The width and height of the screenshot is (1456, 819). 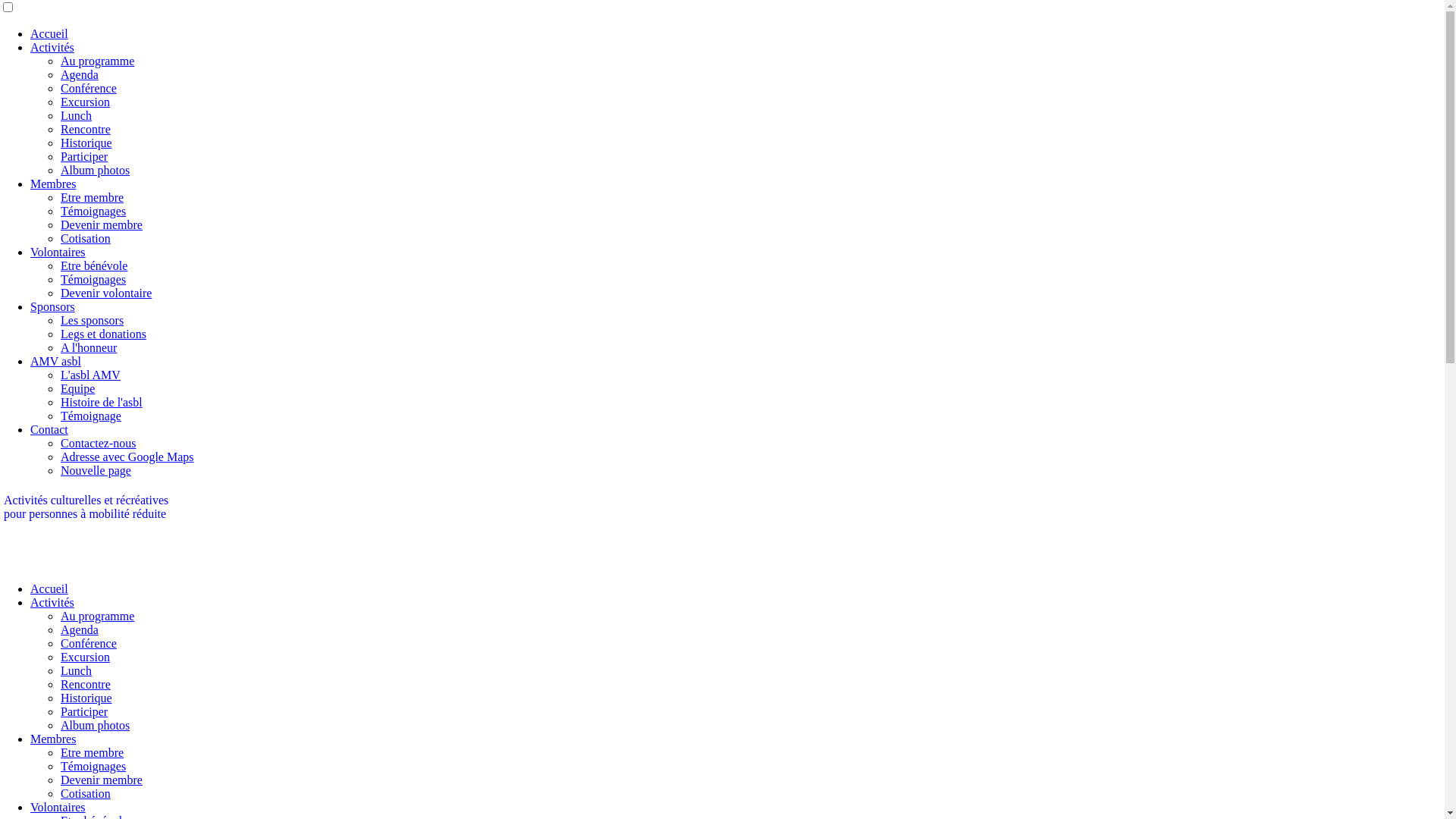 I want to click on 'Devenir volontaire', so click(x=105, y=293).